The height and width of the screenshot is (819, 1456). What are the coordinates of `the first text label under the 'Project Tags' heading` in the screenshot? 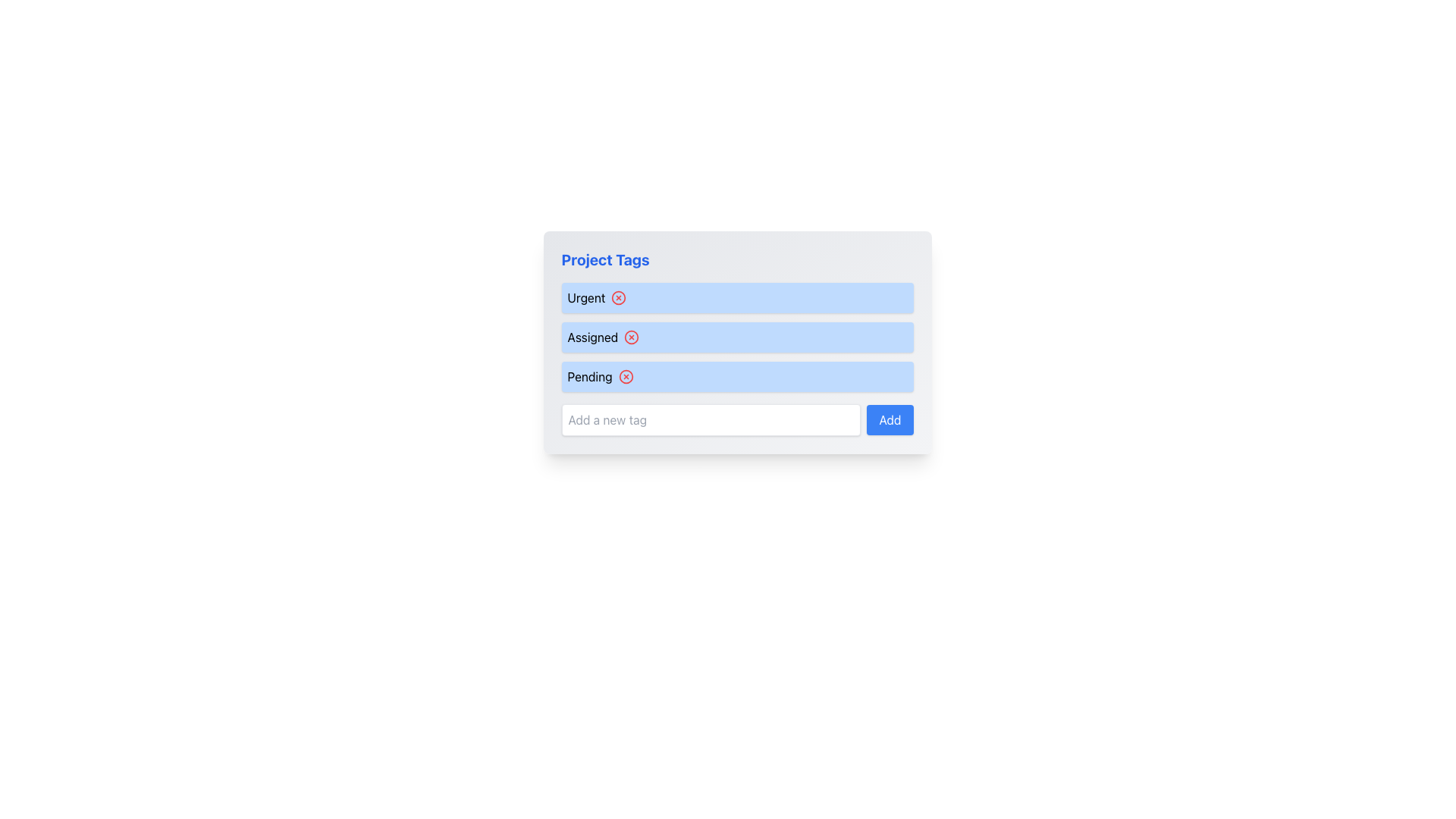 It's located at (585, 298).